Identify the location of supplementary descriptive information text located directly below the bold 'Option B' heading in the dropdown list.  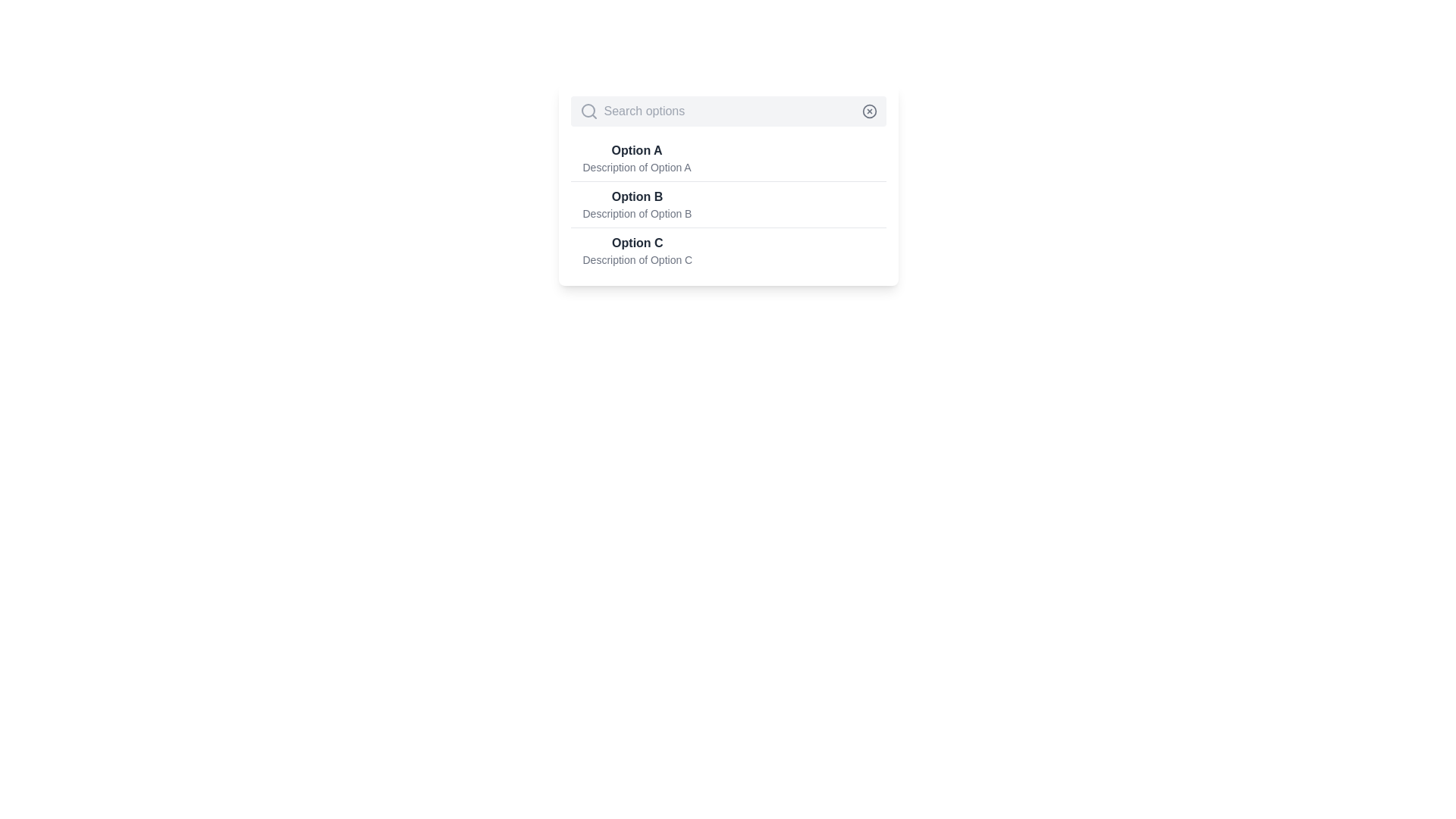
(637, 213).